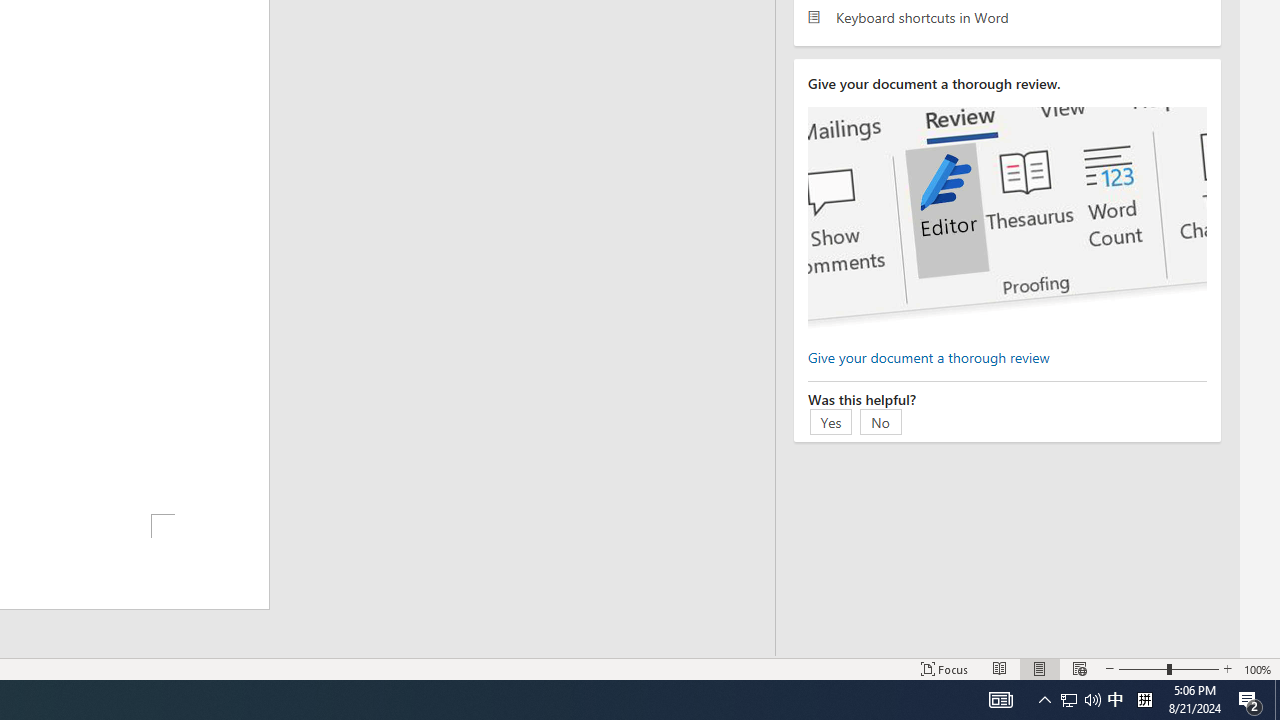 This screenshot has width=1280, height=720. Describe the element at coordinates (831, 420) in the screenshot. I see `'Yes'` at that location.